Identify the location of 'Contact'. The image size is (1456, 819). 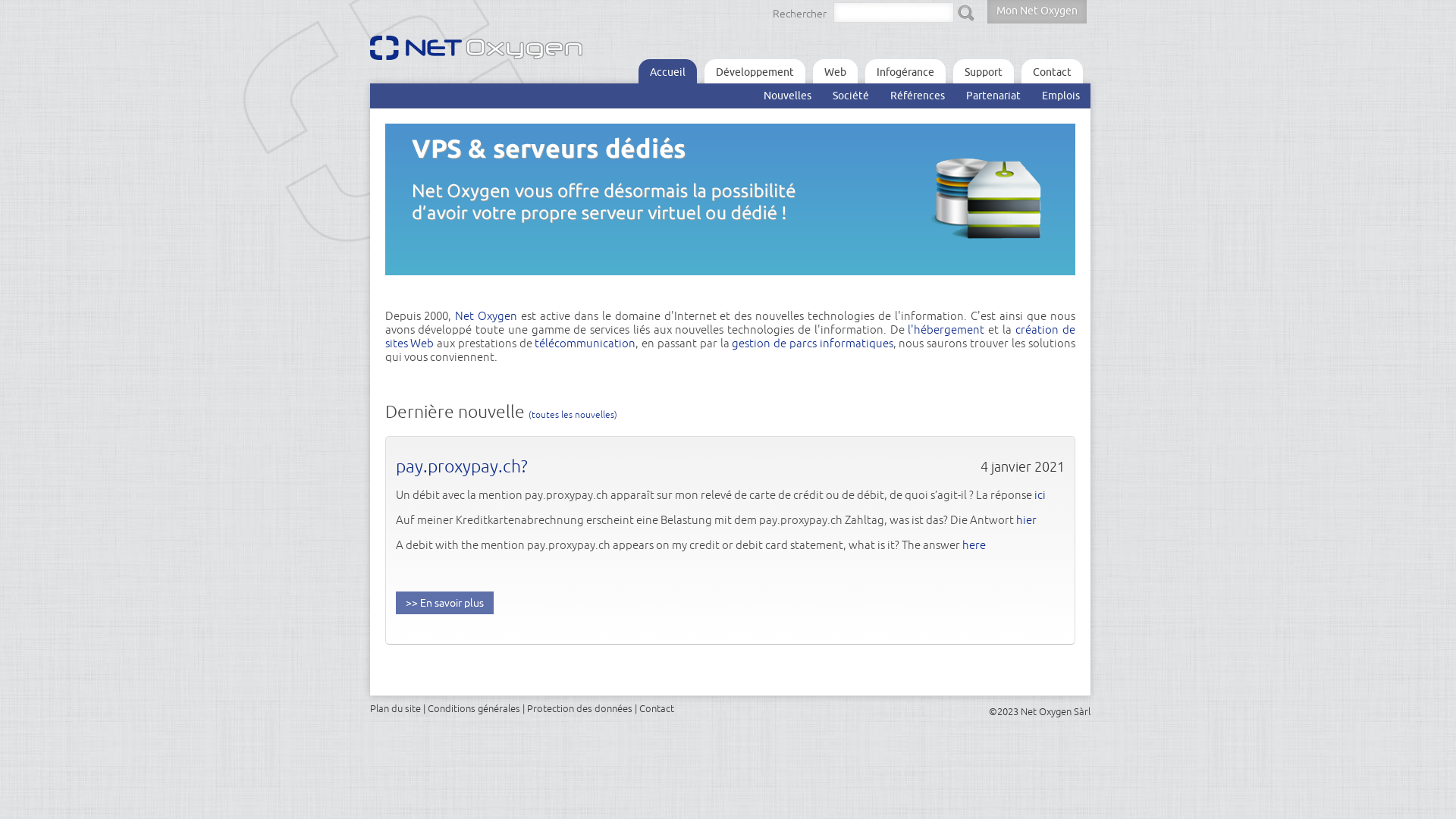
(655, 708).